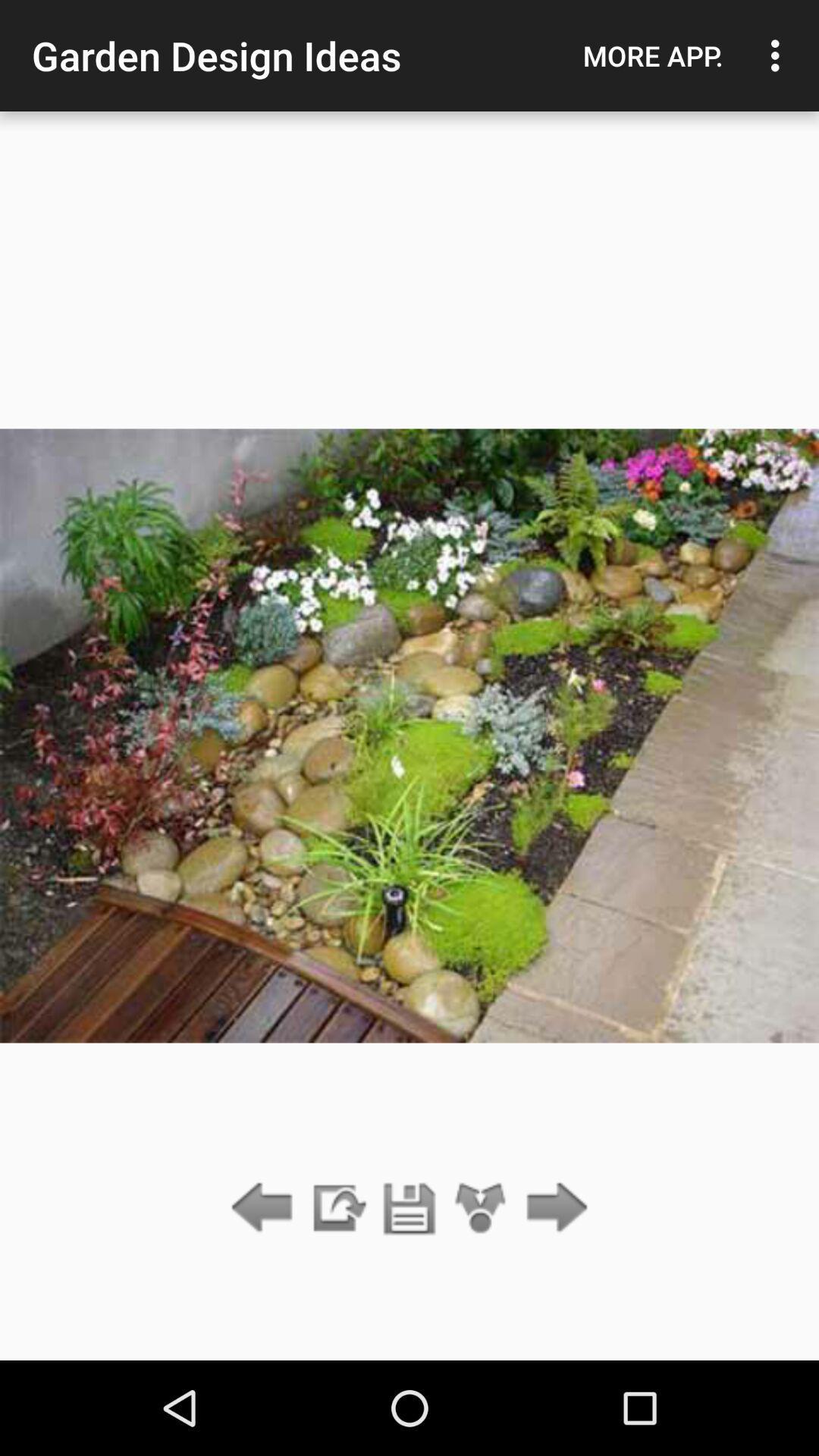  I want to click on option, so click(409, 1208).